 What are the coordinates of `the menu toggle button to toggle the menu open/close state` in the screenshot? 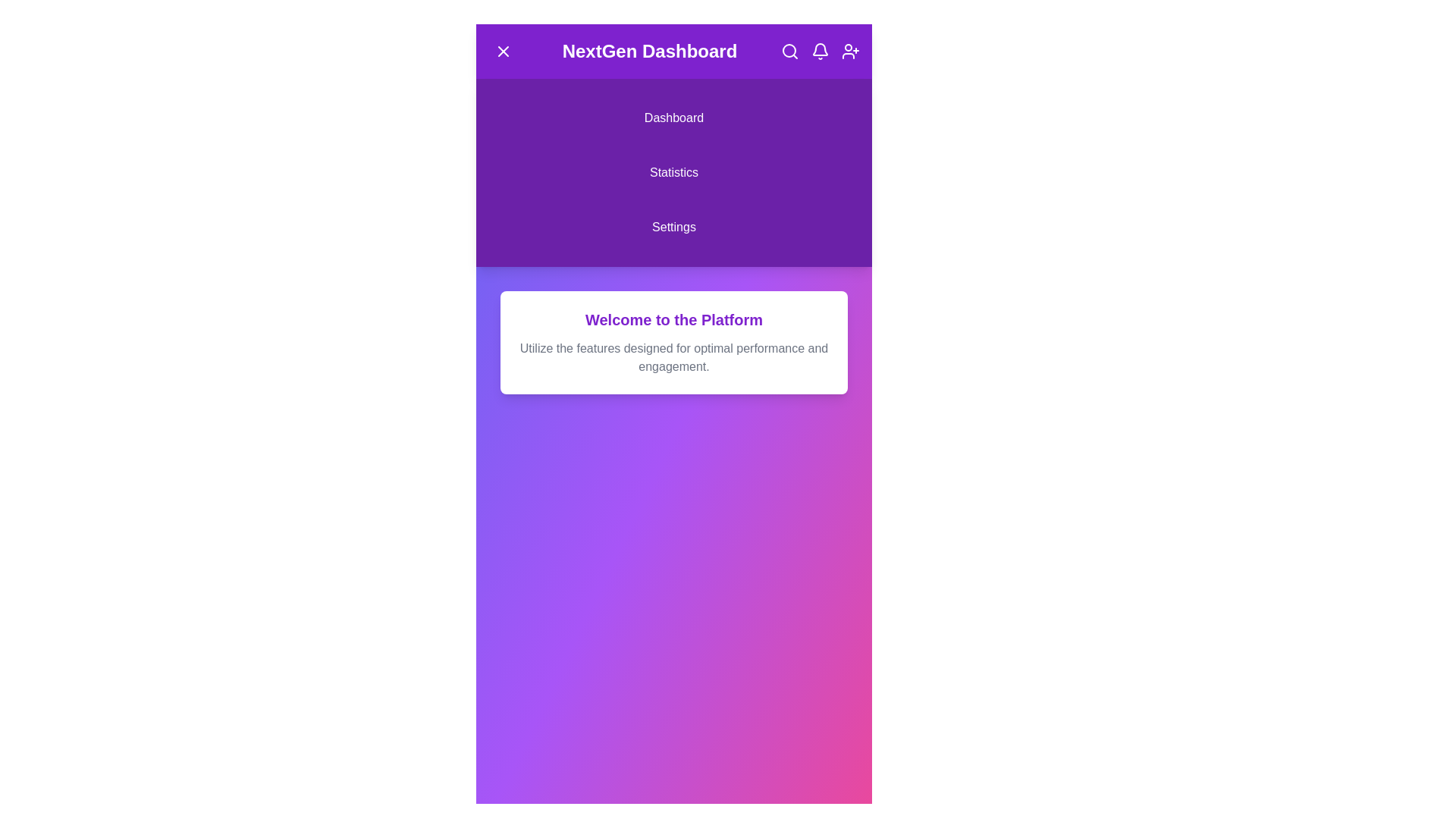 It's located at (503, 51).